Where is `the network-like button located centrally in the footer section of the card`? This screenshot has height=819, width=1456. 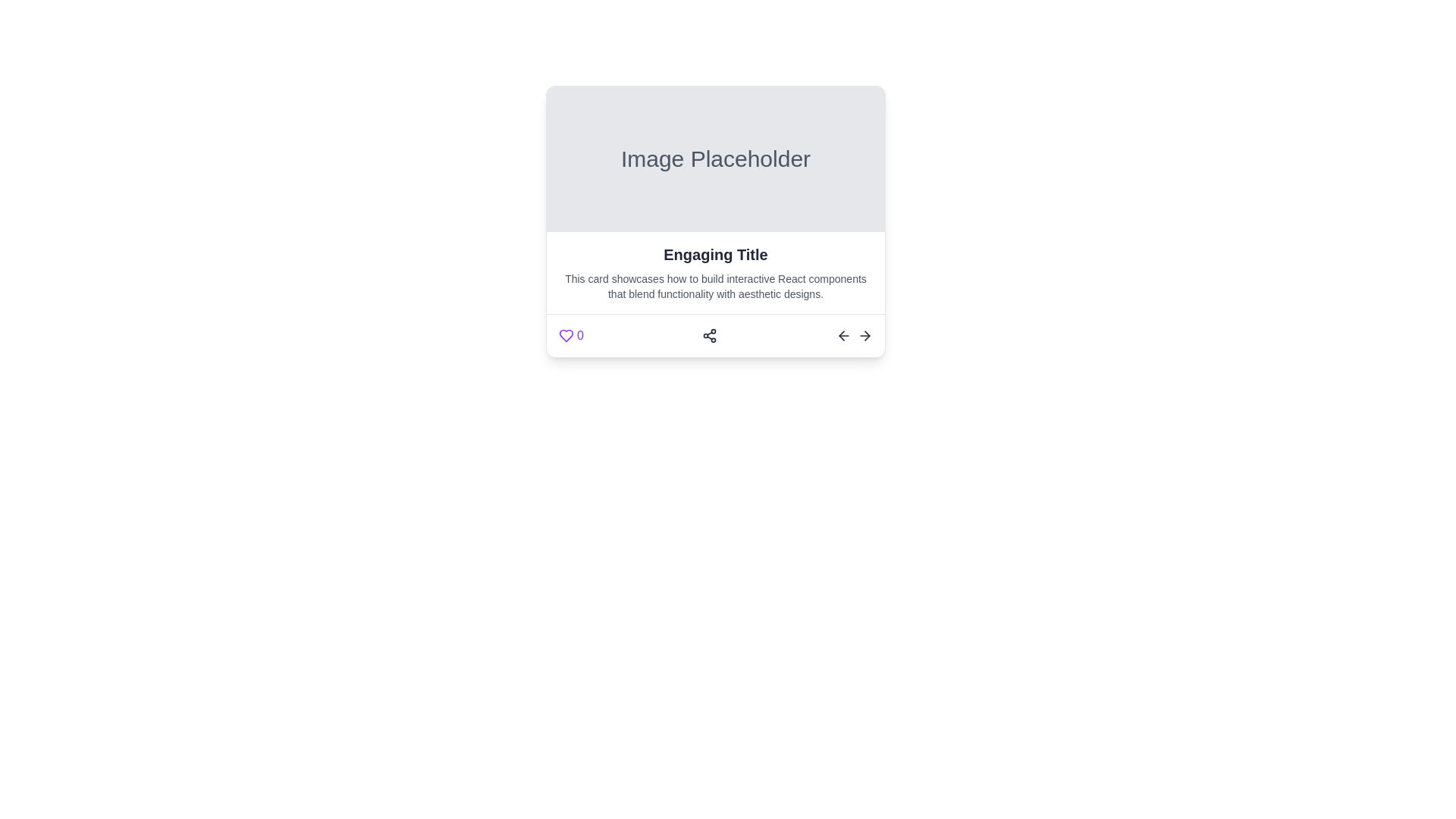
the network-like button located centrally in the footer section of the card is located at coordinates (715, 334).